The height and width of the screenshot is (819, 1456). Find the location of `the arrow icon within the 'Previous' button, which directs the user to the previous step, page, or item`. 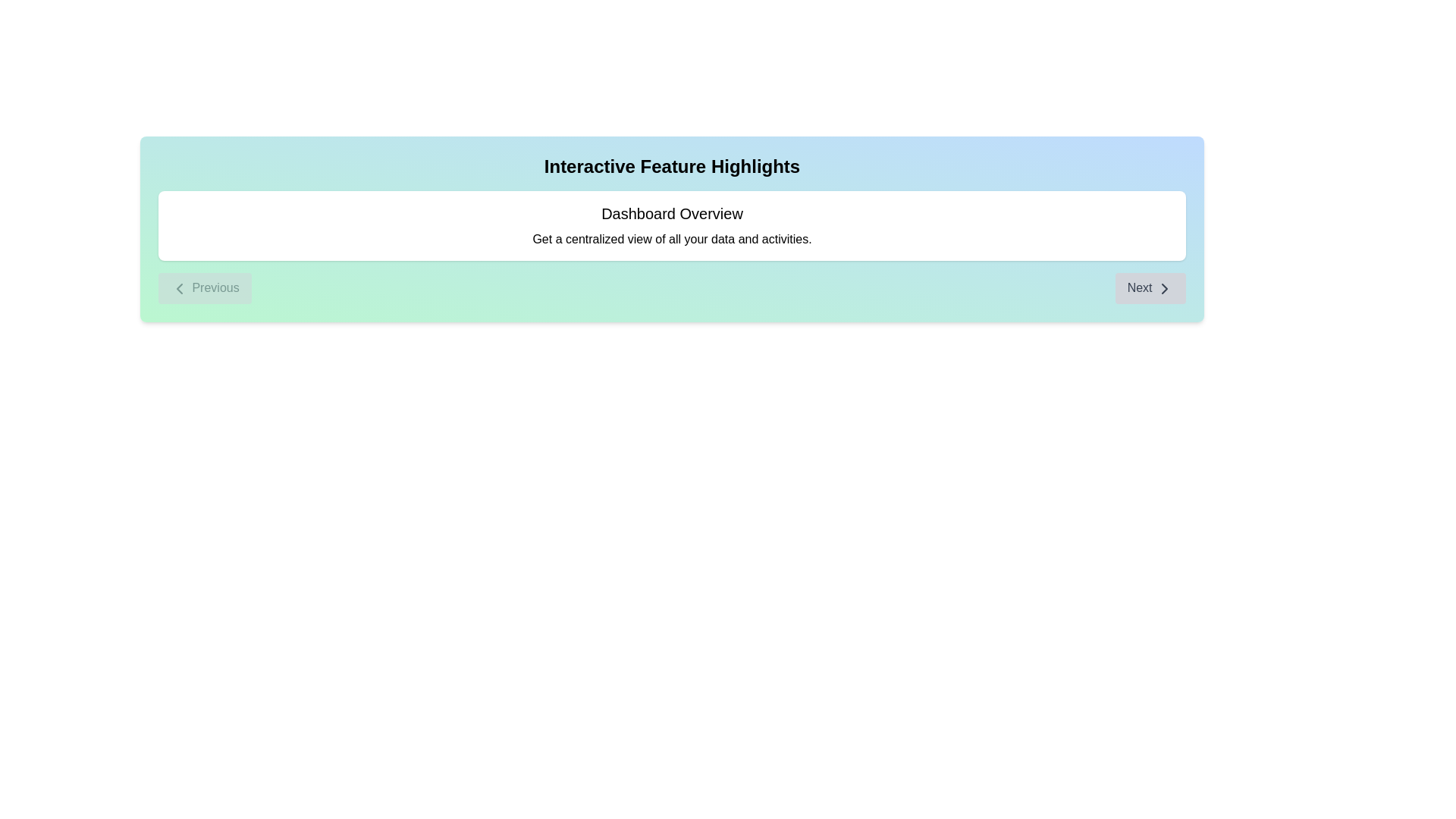

the arrow icon within the 'Previous' button, which directs the user to the previous step, page, or item is located at coordinates (179, 288).